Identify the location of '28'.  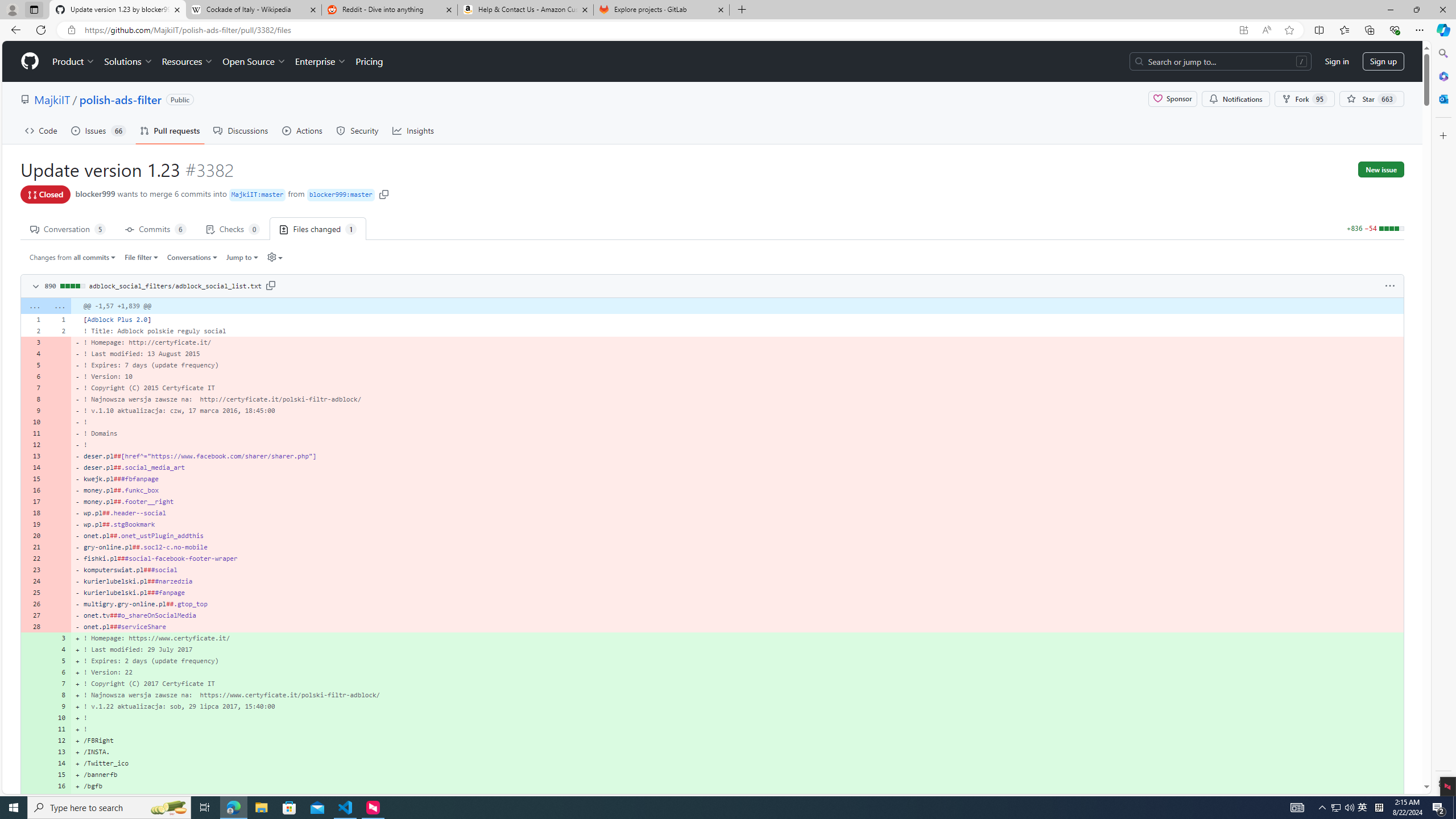
(32, 626).